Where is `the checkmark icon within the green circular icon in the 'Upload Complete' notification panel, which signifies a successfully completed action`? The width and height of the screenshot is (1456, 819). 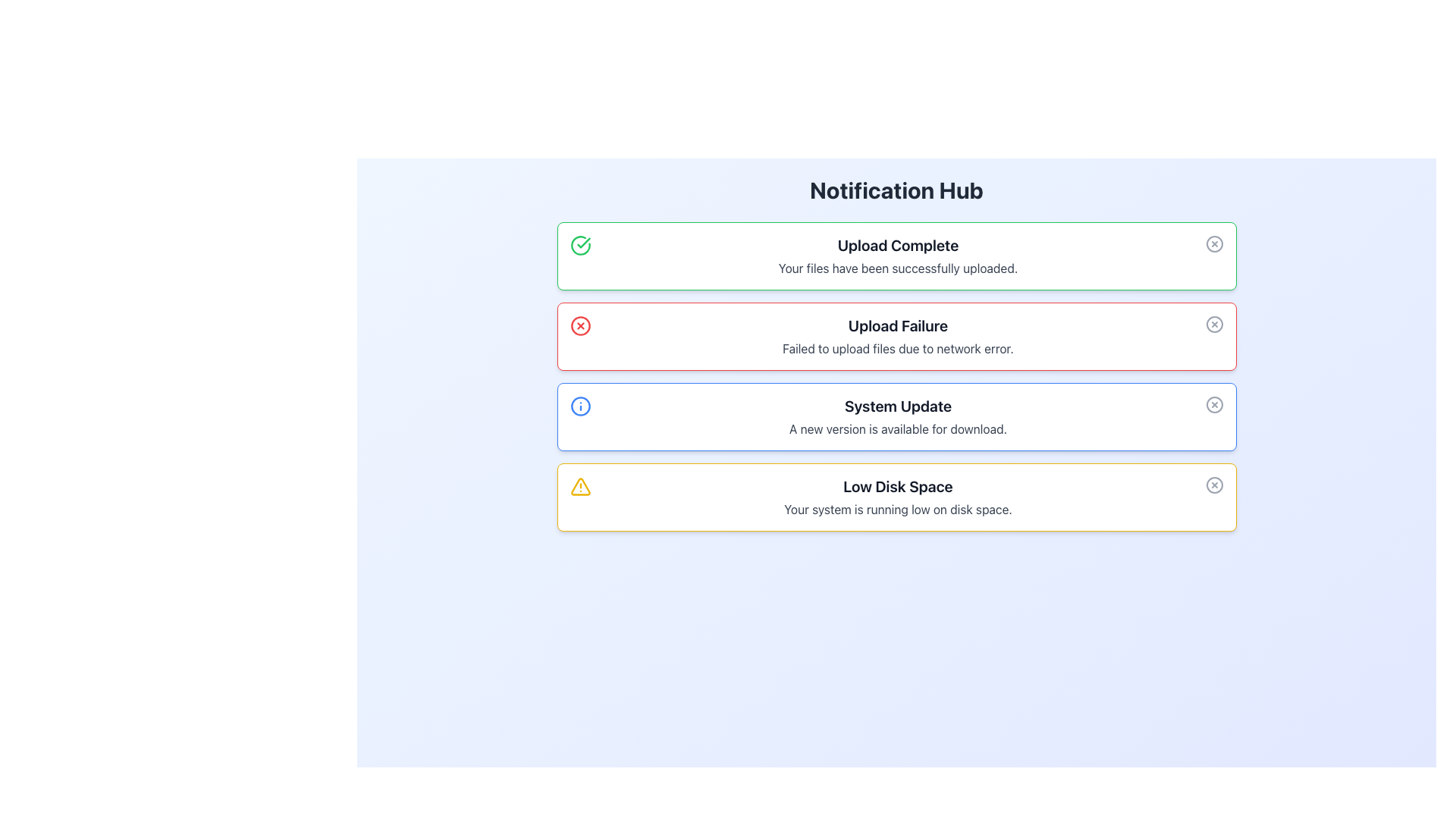 the checkmark icon within the green circular icon in the 'Upload Complete' notification panel, which signifies a successfully completed action is located at coordinates (582, 242).